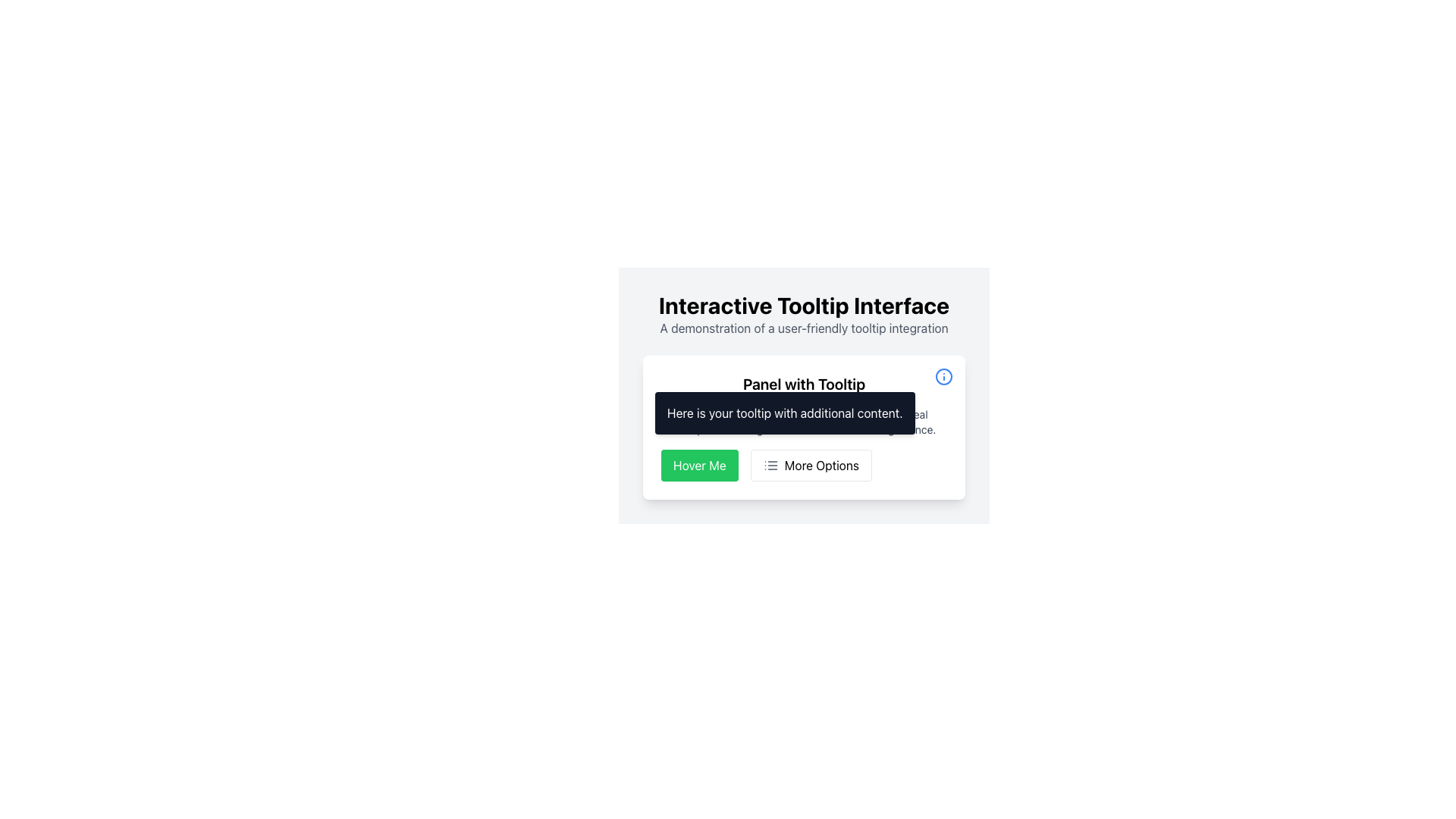  I want to click on the Text Label that provides guidance beneath the heading 'Panel with Tooltip' and above the buttons 'Hover Me' and 'More Options', so click(803, 422).